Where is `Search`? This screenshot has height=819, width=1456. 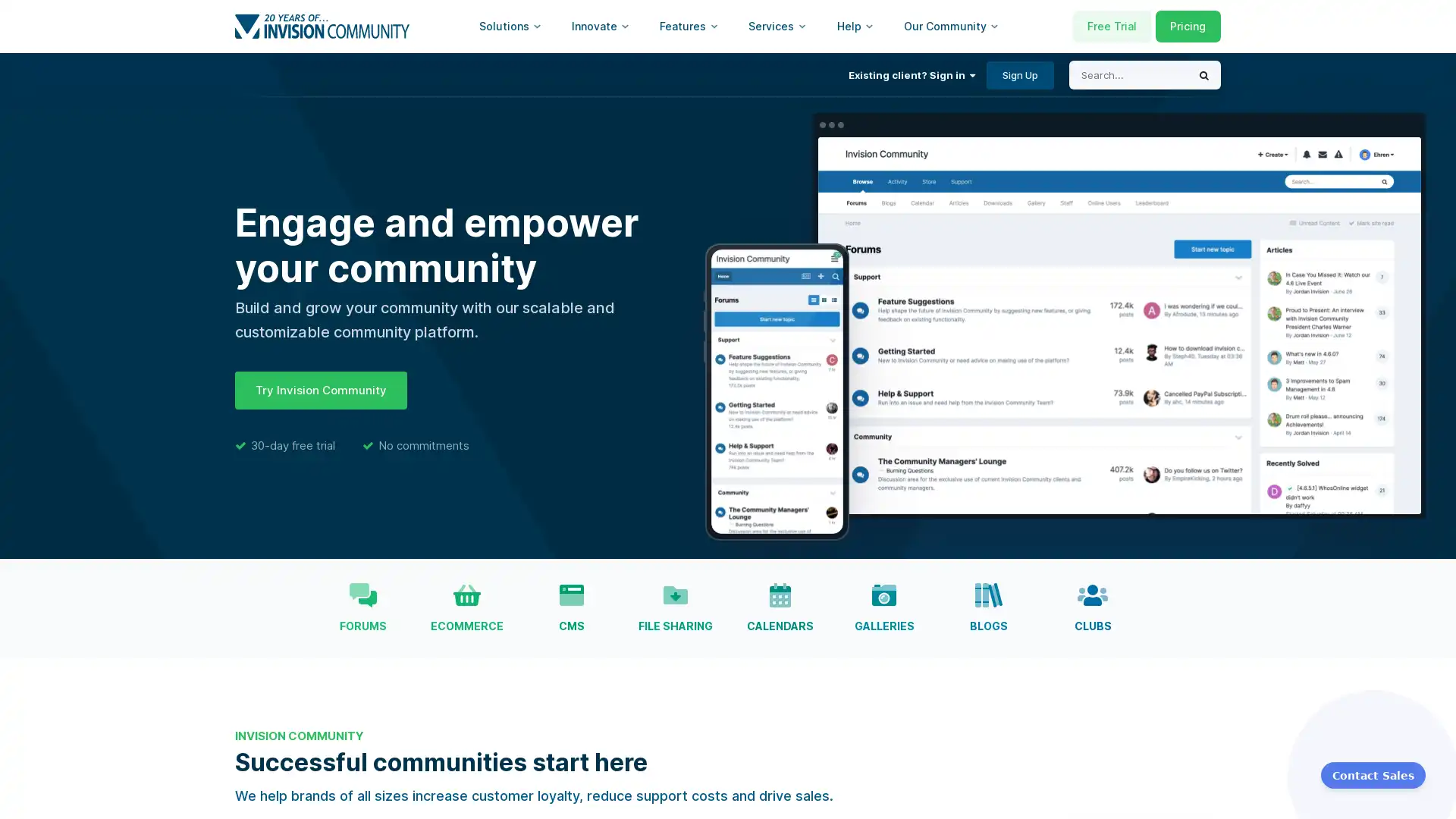 Search is located at coordinates (1203, 75).